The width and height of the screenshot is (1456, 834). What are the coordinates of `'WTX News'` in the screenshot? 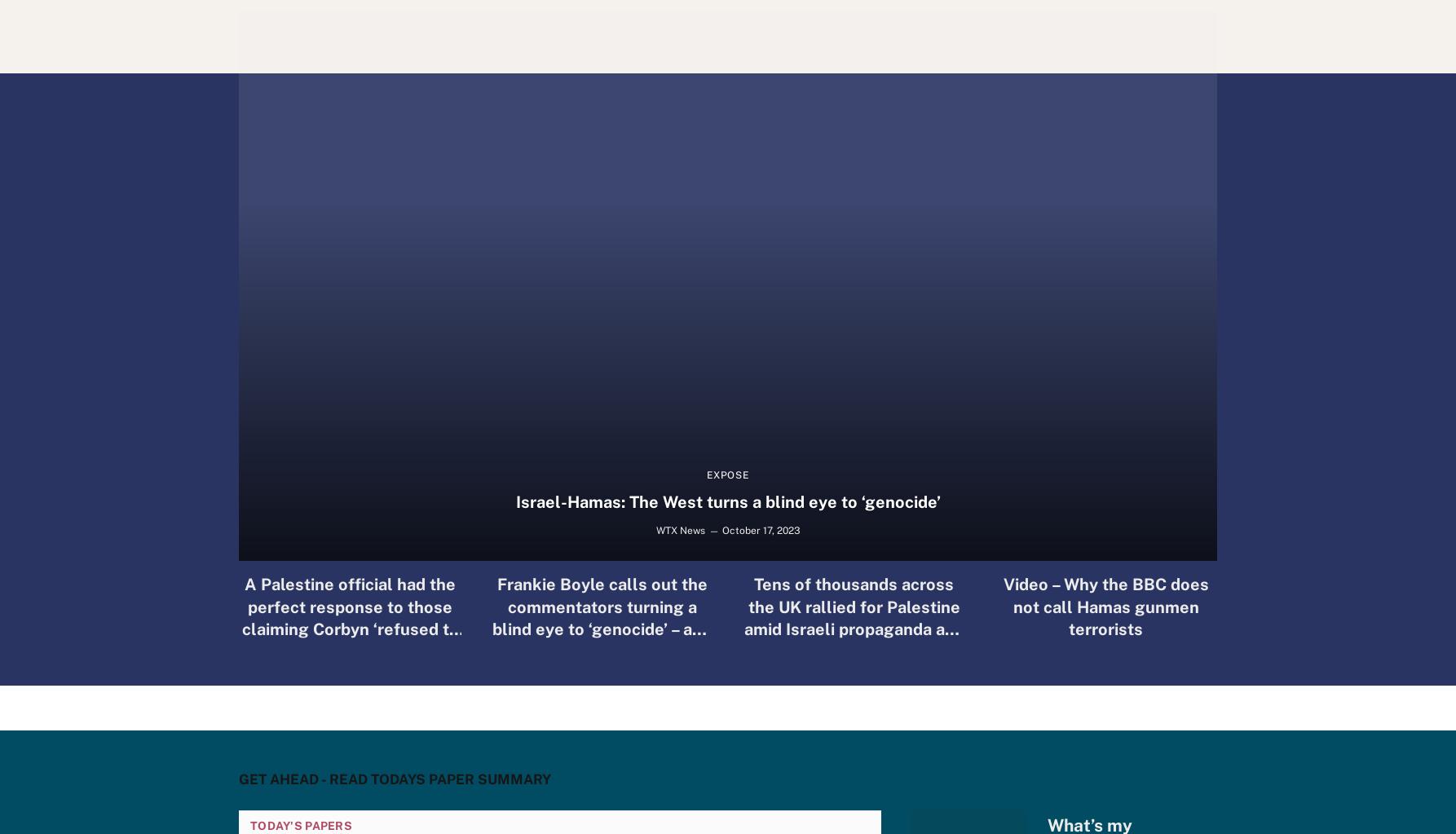 It's located at (679, 530).